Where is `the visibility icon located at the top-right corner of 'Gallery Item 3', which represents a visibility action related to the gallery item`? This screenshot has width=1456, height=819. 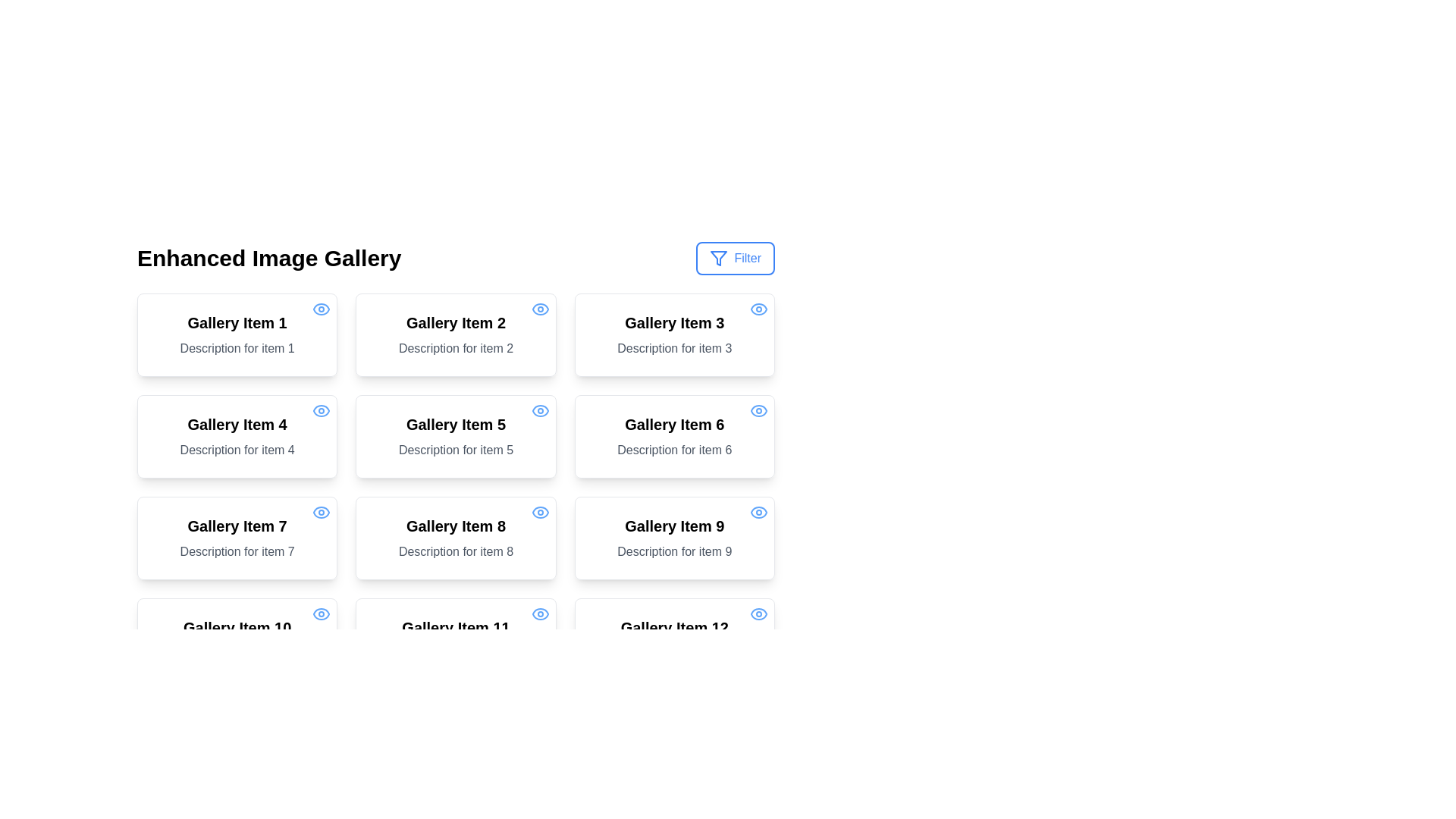 the visibility icon located at the top-right corner of 'Gallery Item 3', which represents a visibility action related to the gallery item is located at coordinates (759, 309).